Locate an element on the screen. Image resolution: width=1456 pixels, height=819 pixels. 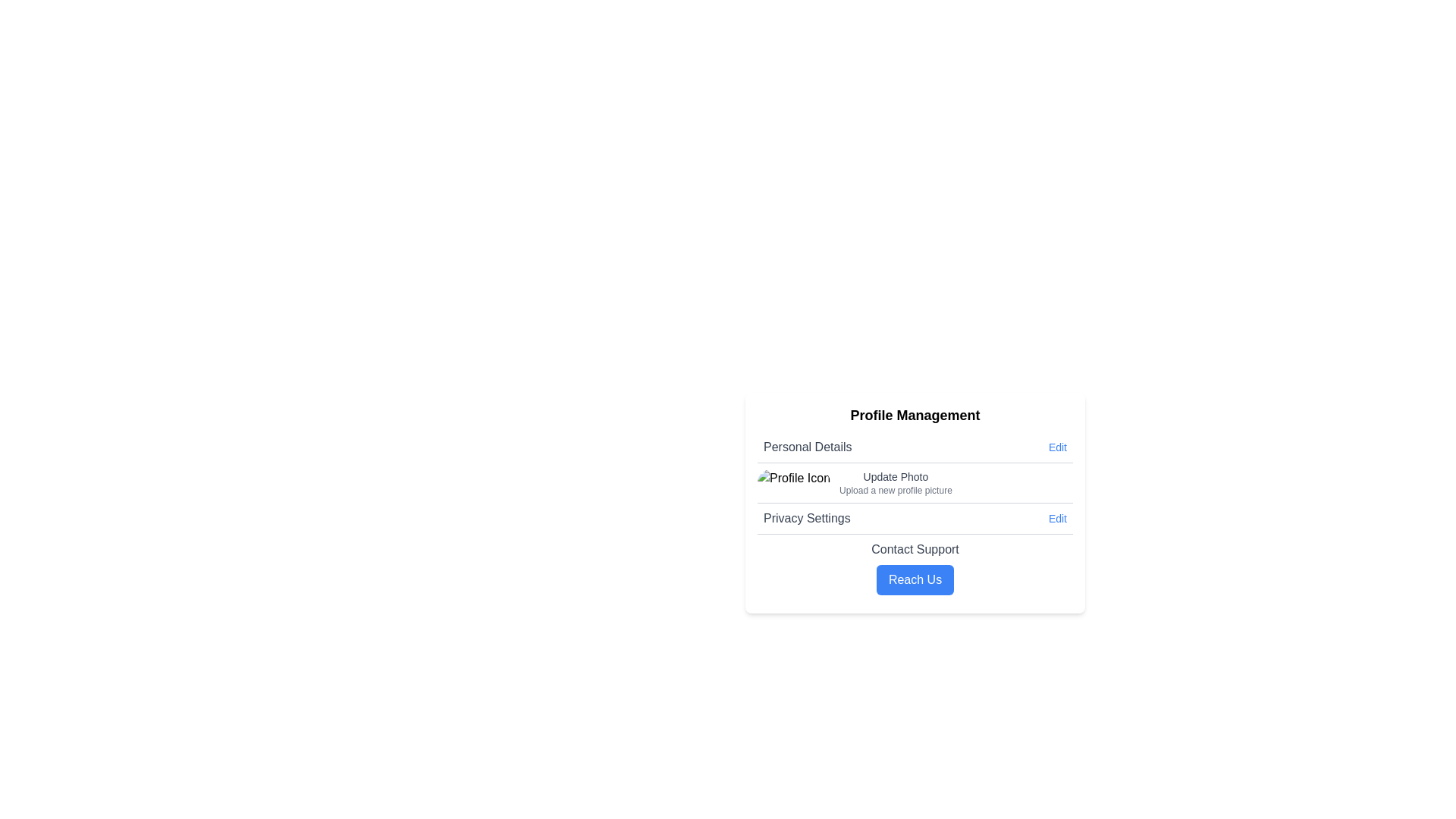
the informational text label stating 'Upload a new profile picture', which is positioned directly below the bold label 'Update Photo' in the 'Profile Icon' section of the profile management card is located at coordinates (896, 491).